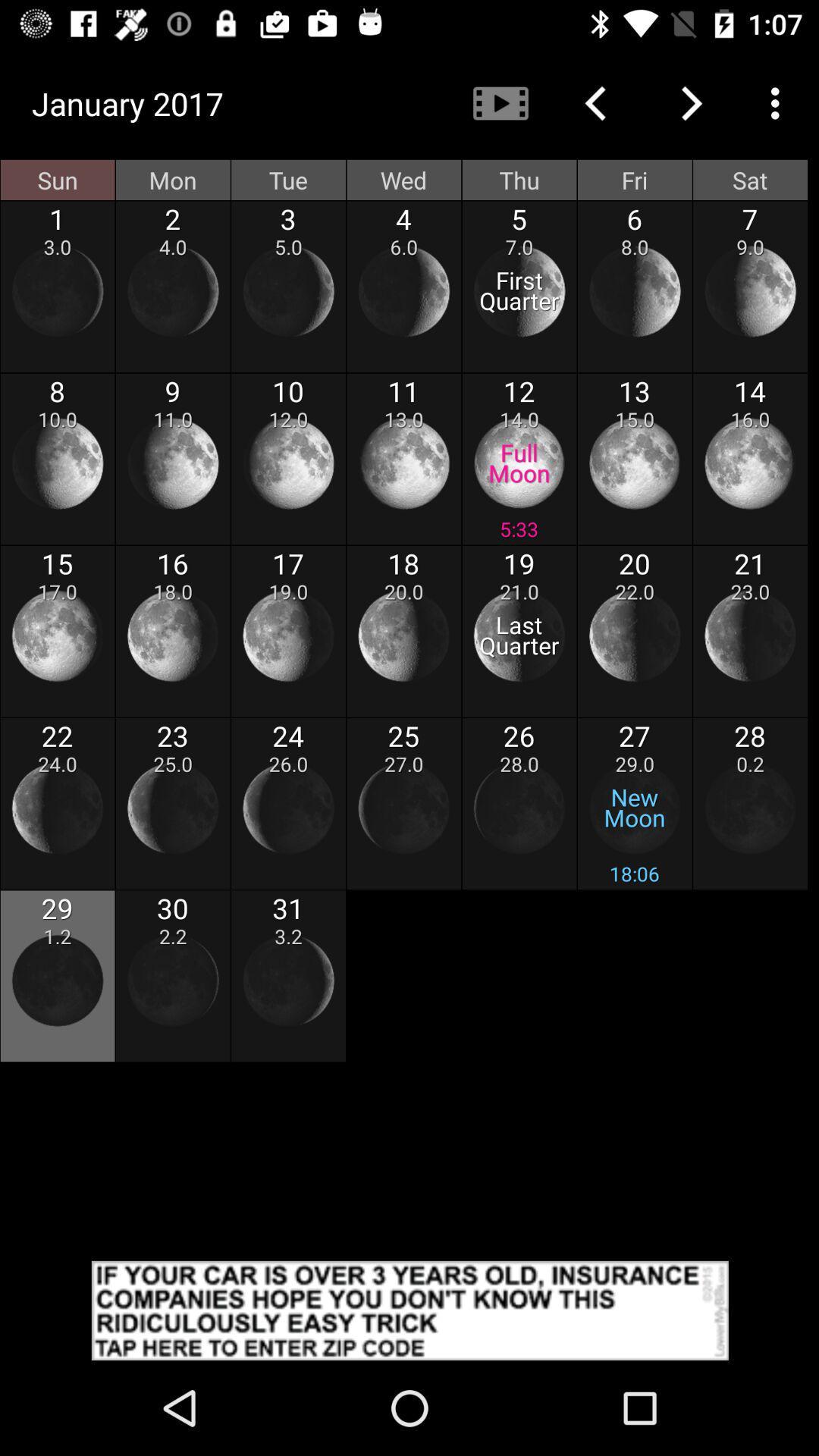  I want to click on youtube, so click(500, 102).